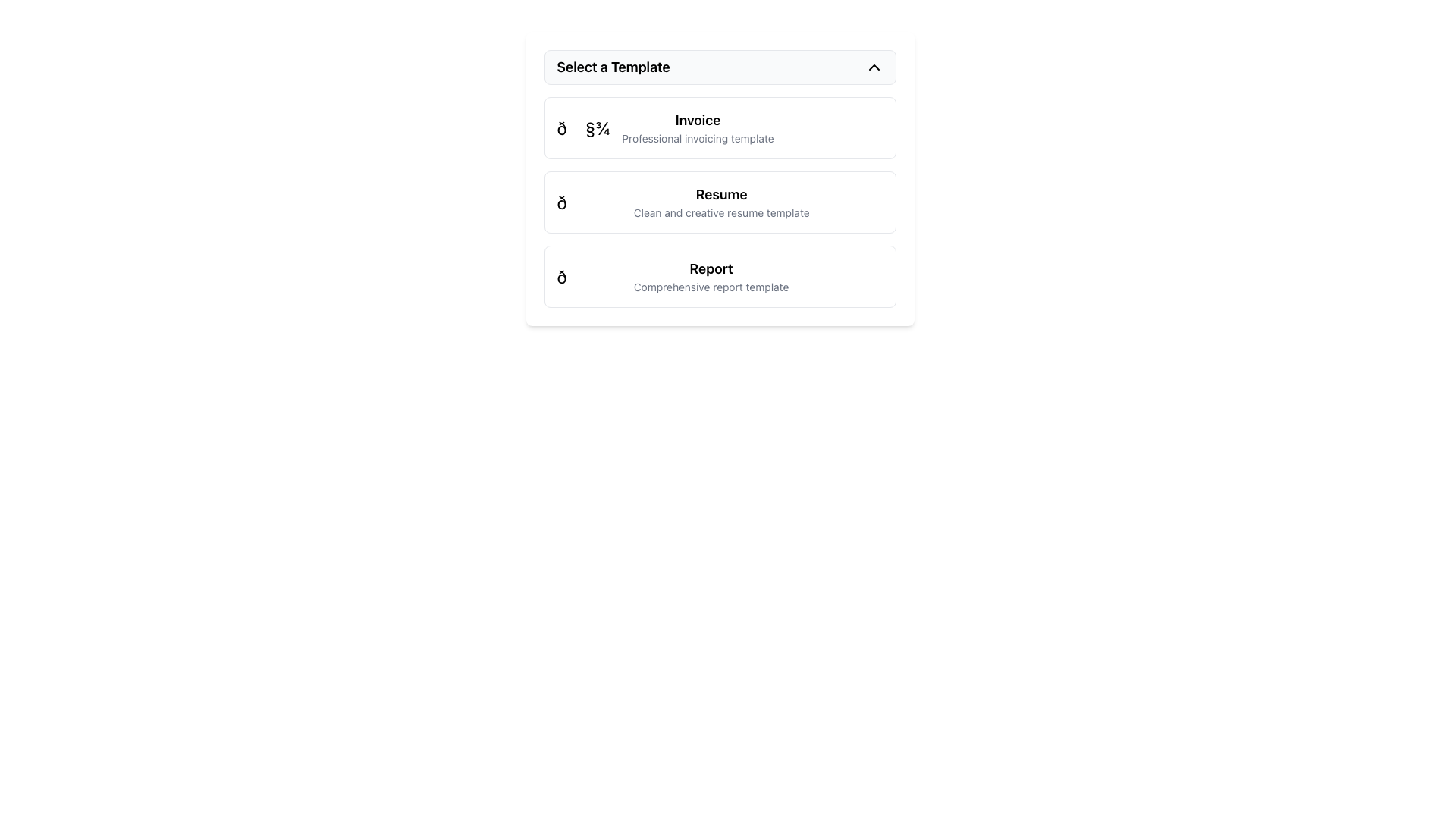 The width and height of the screenshot is (1456, 819). Describe the element at coordinates (711, 268) in the screenshot. I see `the title text label for the 'Report' template card located at the top of the 'Select a Template' section` at that location.